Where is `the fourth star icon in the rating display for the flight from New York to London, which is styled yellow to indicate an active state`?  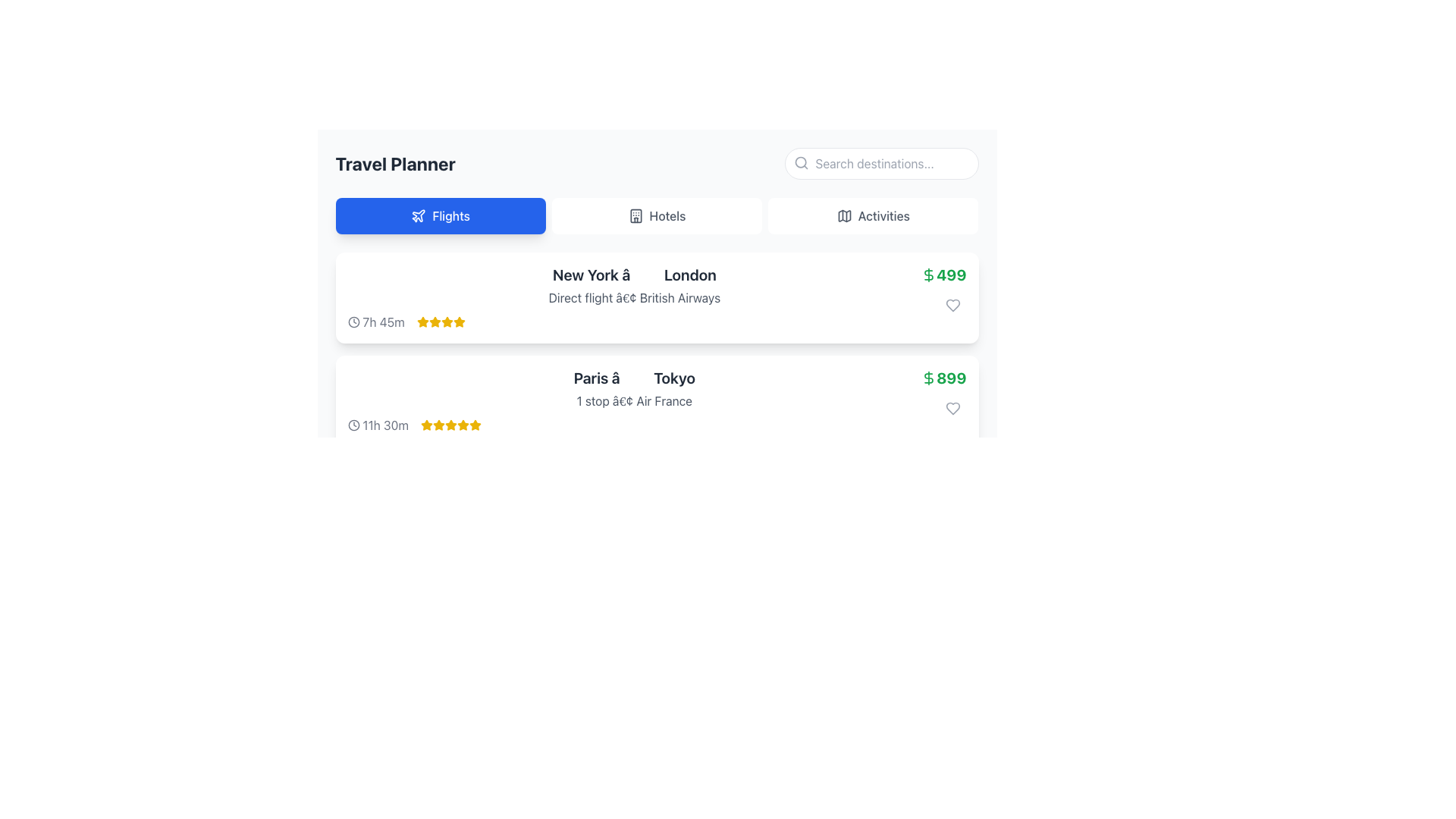
the fourth star icon in the rating display for the flight from New York to London, which is styled yellow to indicate an active state is located at coordinates (446, 321).